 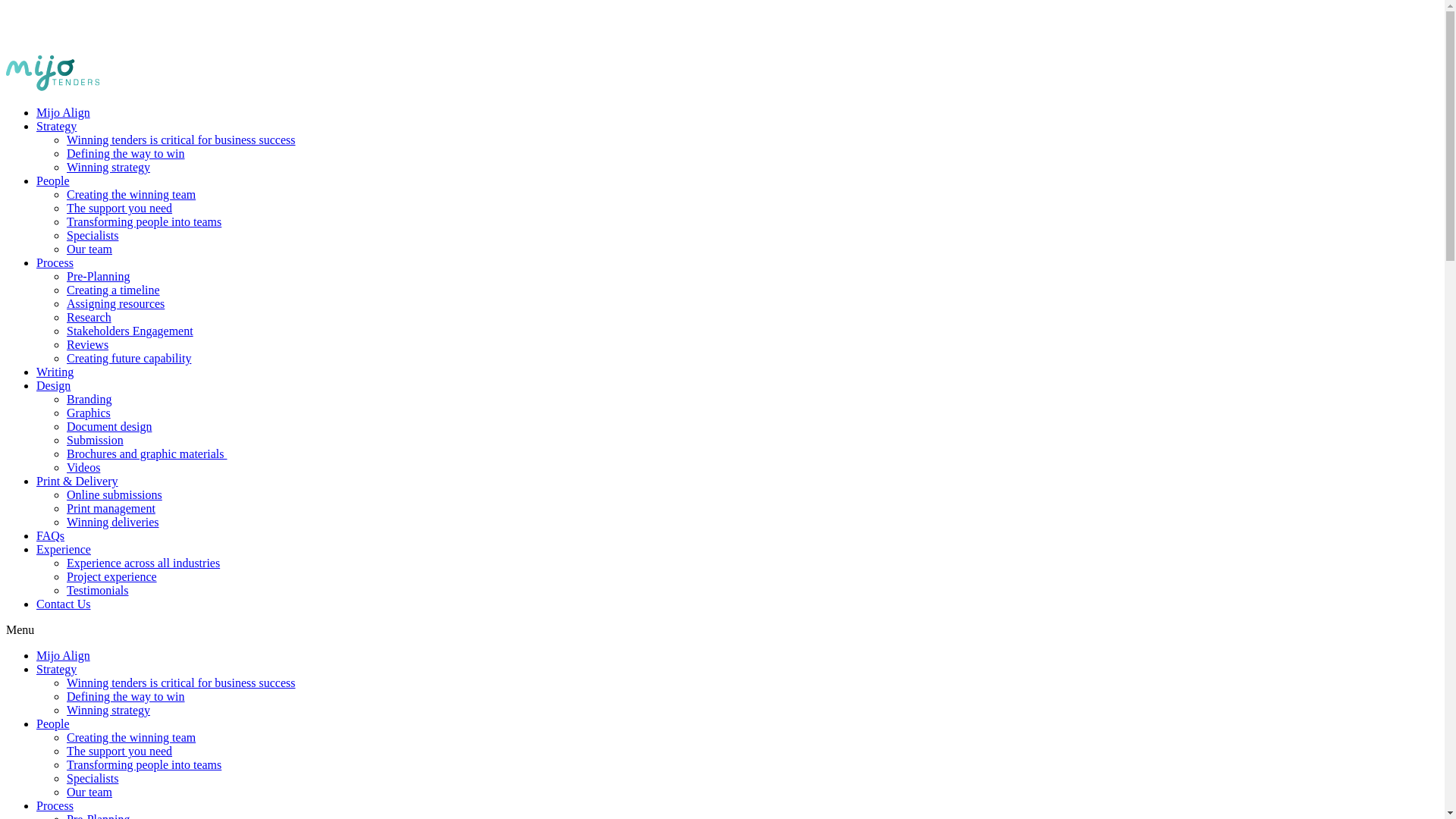 What do you see at coordinates (97, 276) in the screenshot?
I see `'Pre-Planning'` at bounding box center [97, 276].